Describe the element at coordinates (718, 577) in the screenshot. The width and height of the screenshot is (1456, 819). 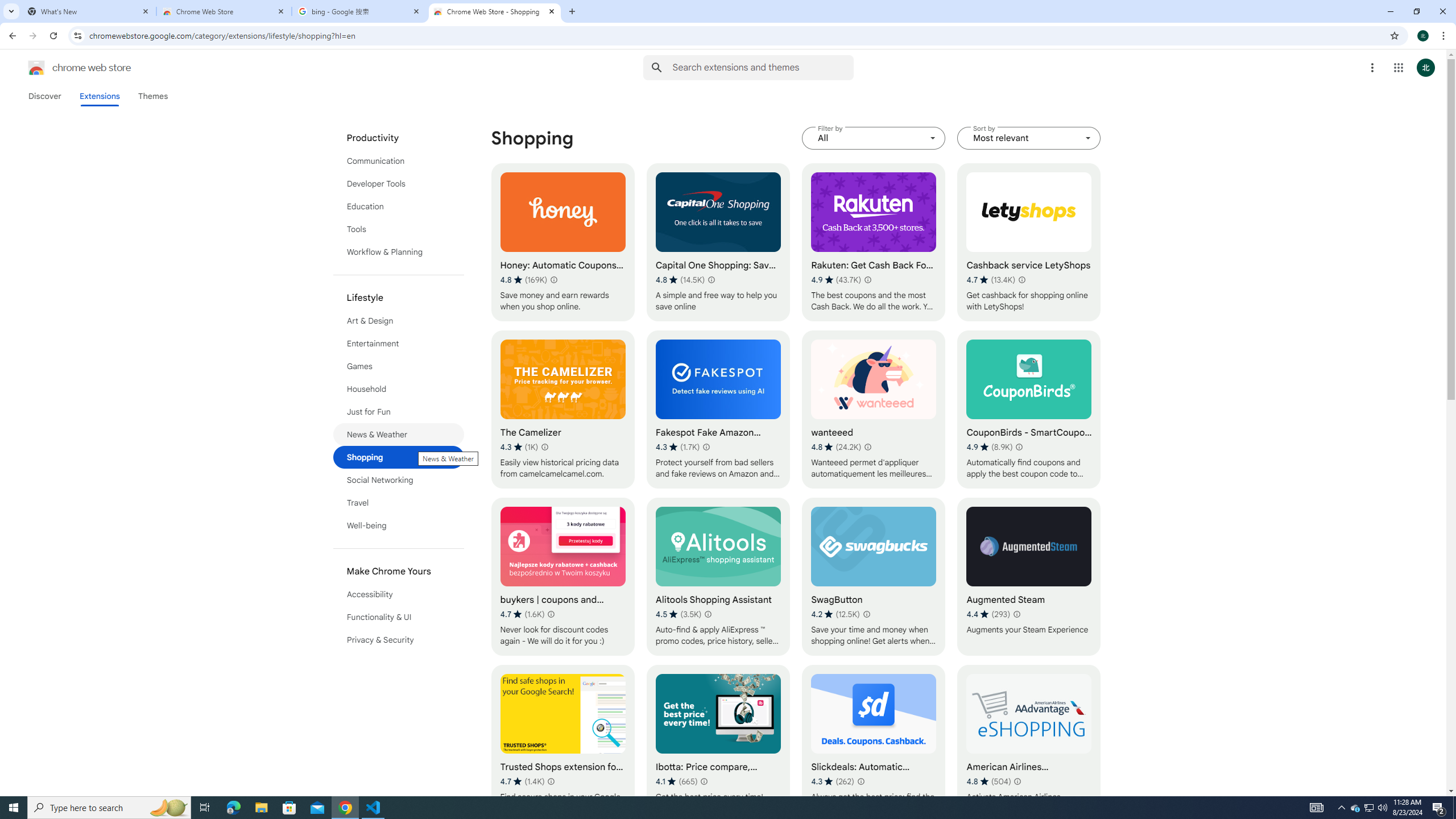
I see `'Alitools Shopping Assistant'` at that location.